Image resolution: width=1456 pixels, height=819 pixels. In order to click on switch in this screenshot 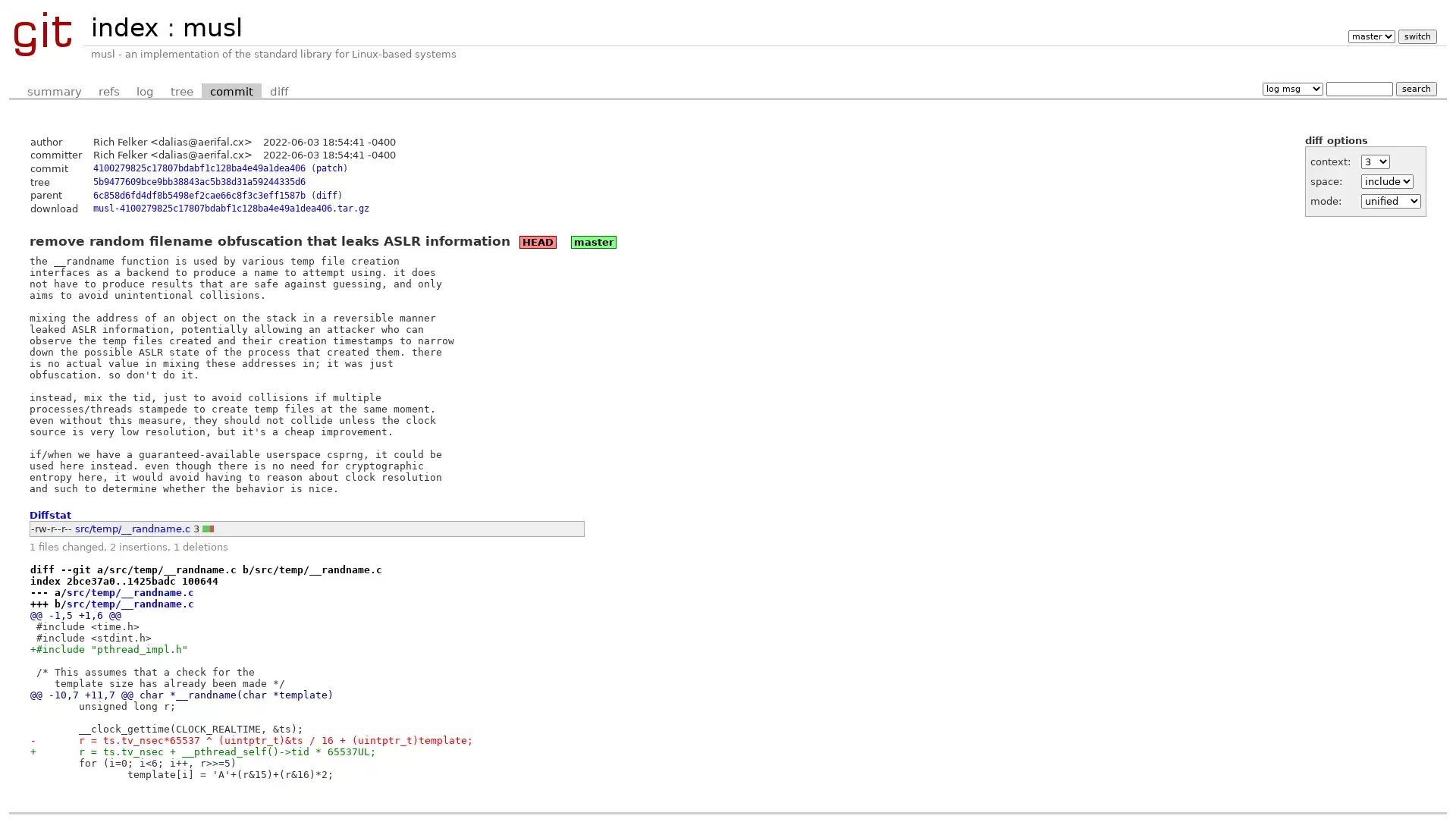, I will do `click(1416, 36)`.